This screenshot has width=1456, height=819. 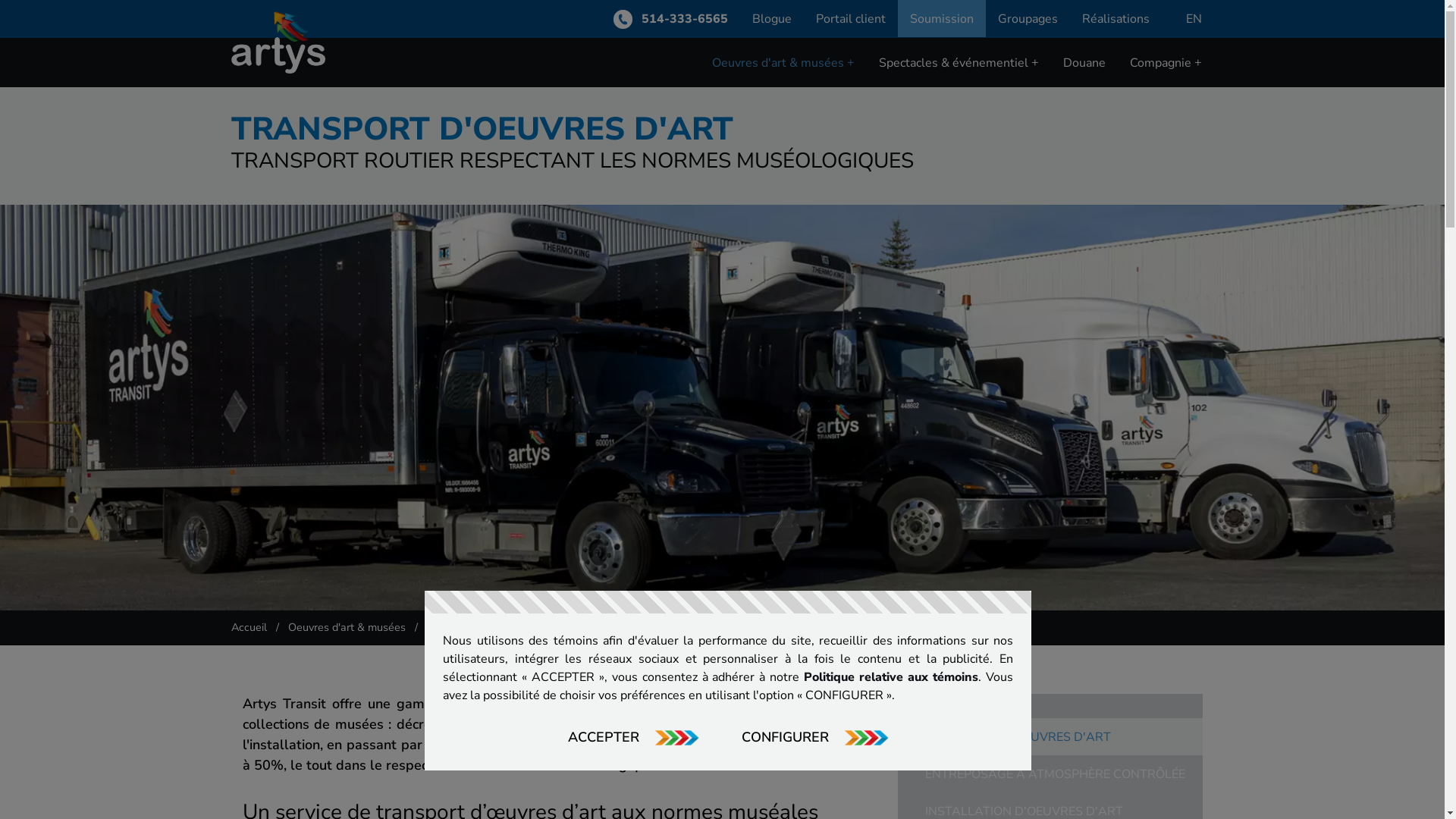 What do you see at coordinates (1163, 96) in the screenshot?
I see `'Emploi'` at bounding box center [1163, 96].